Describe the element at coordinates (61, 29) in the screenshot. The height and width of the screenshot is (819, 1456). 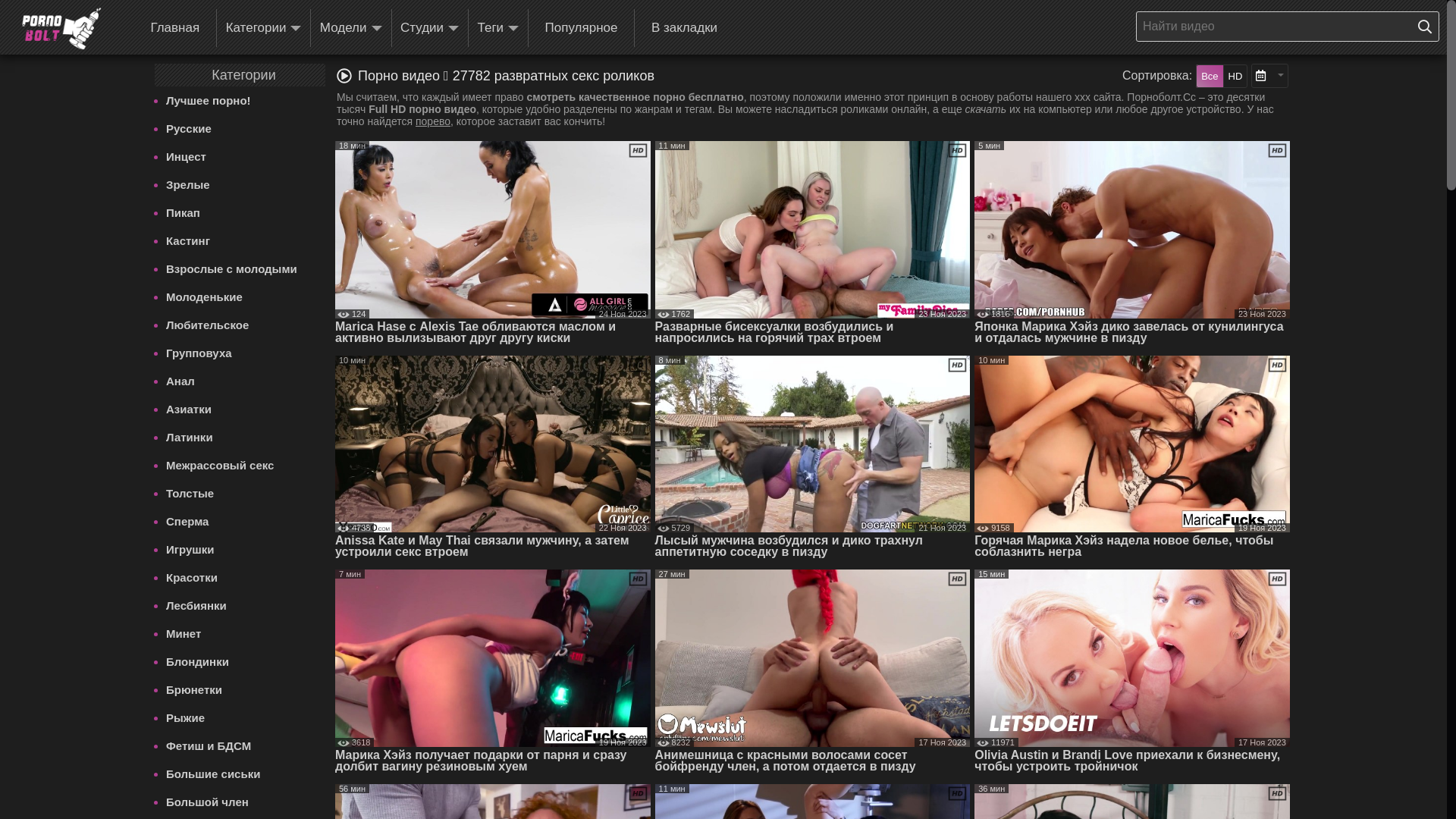
I see `'Pornobolt'` at that location.